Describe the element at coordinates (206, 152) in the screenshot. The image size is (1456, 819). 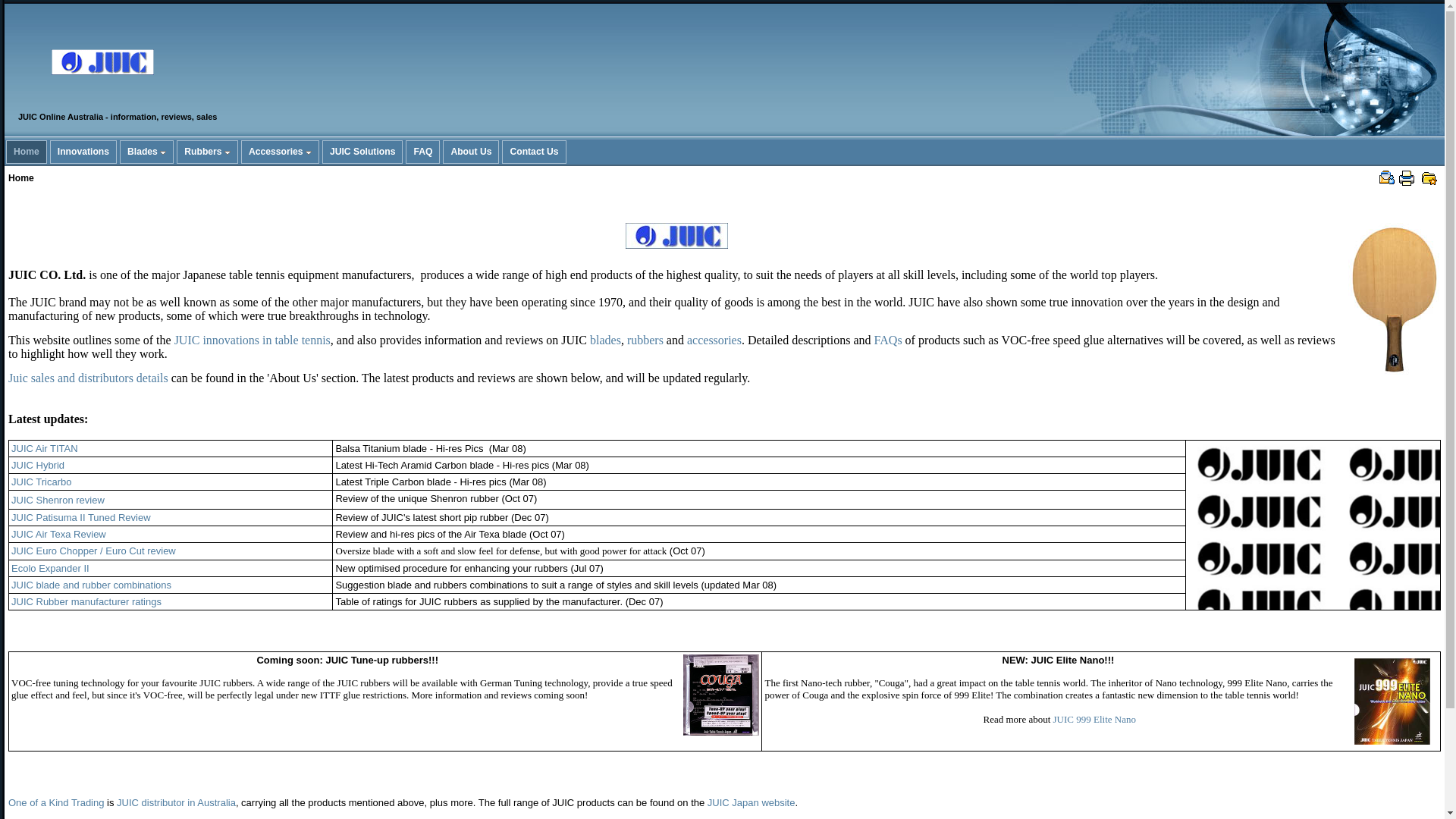
I see `'Rubbers '` at that location.